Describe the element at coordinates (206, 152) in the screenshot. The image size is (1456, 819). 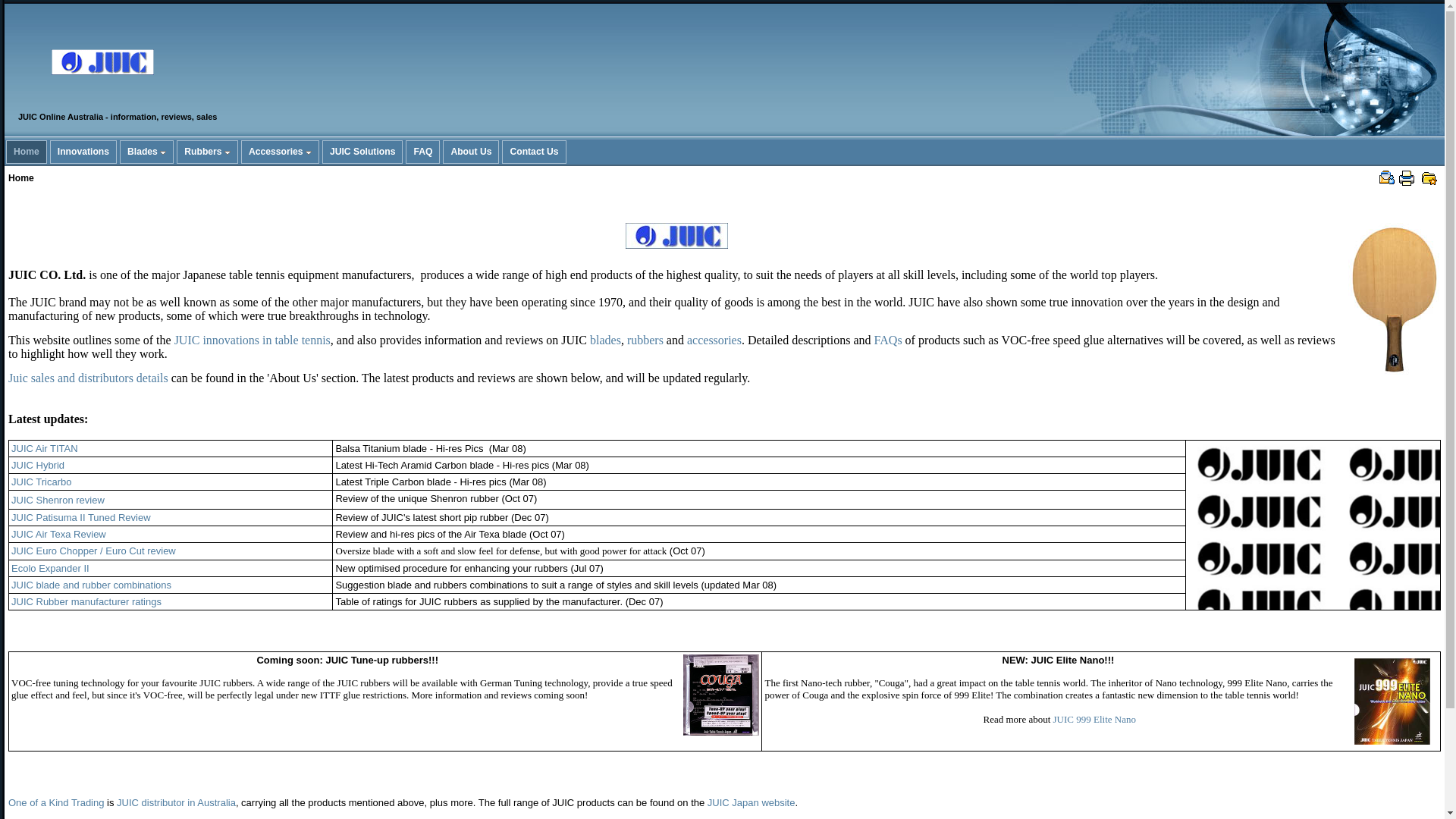
I see `'Rubbers '` at that location.